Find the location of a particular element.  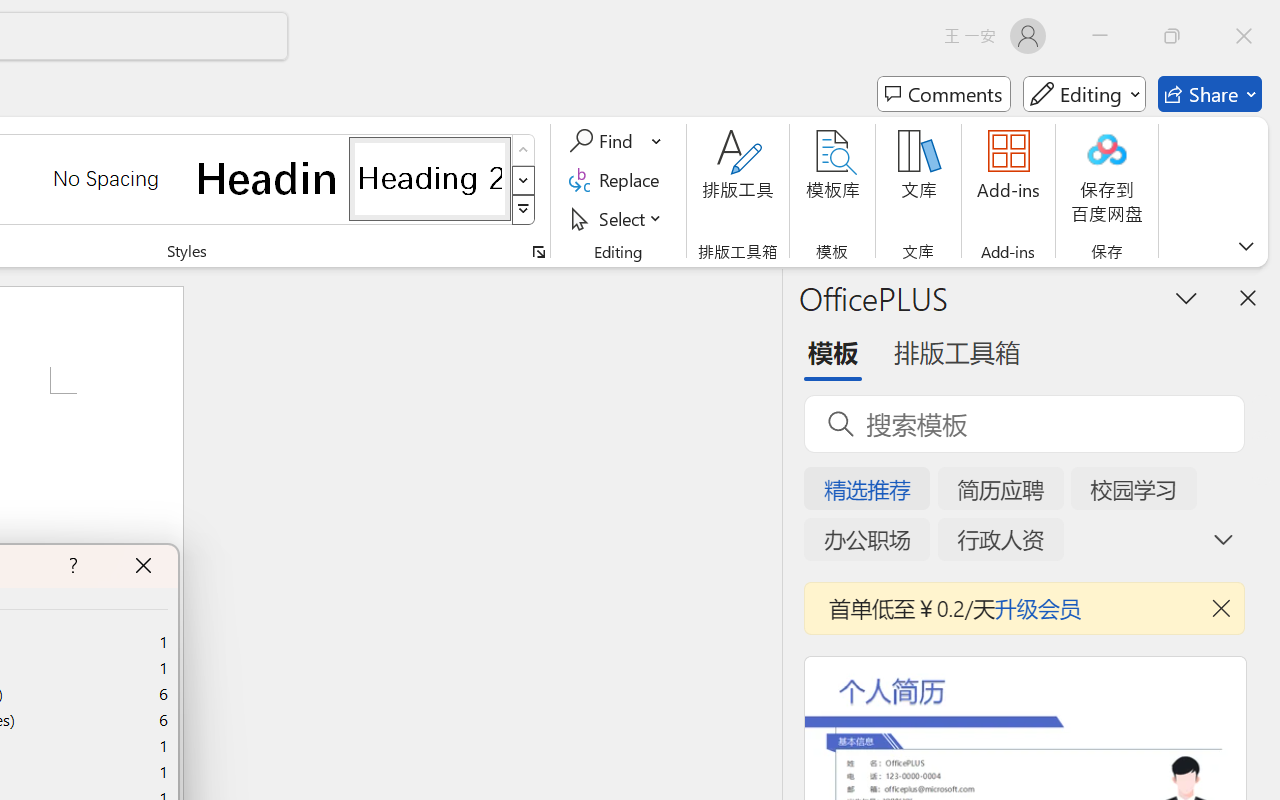

'Select' is located at coordinates (617, 218).